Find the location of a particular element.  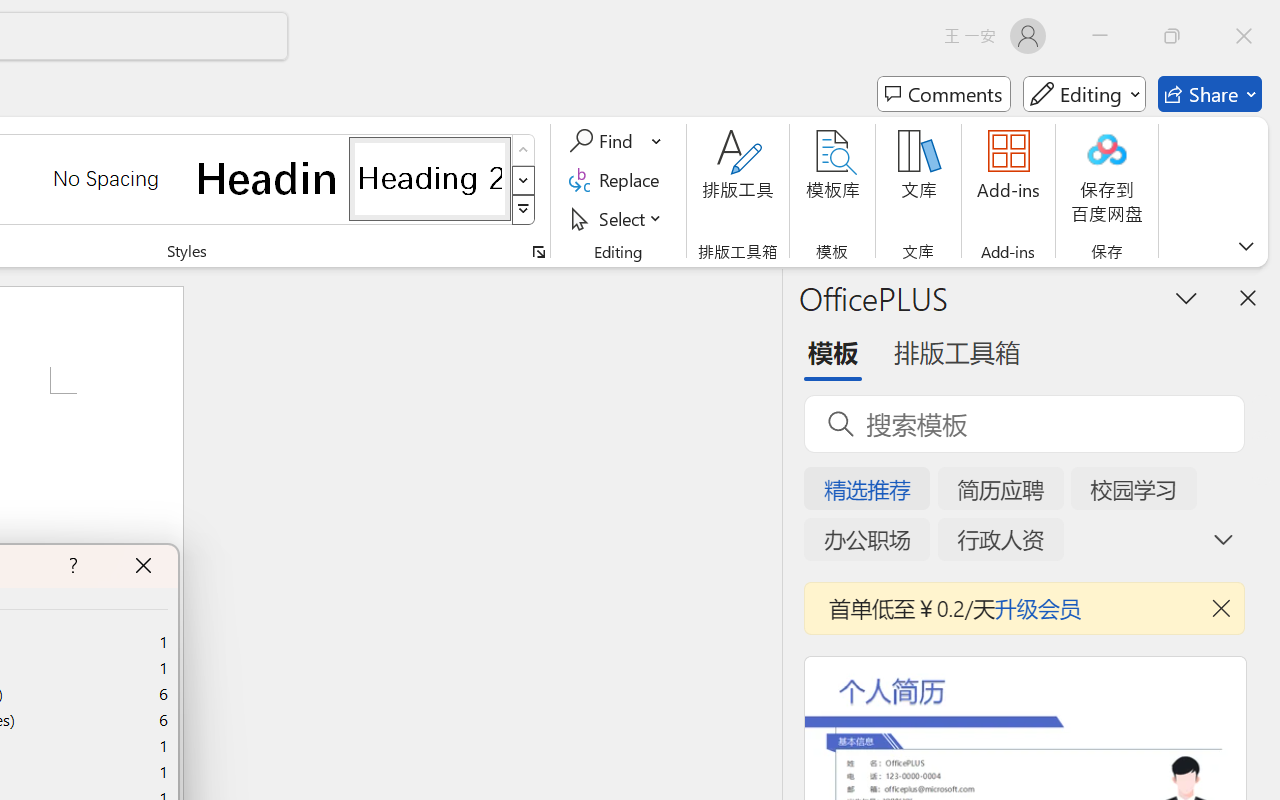

'Select' is located at coordinates (617, 218).